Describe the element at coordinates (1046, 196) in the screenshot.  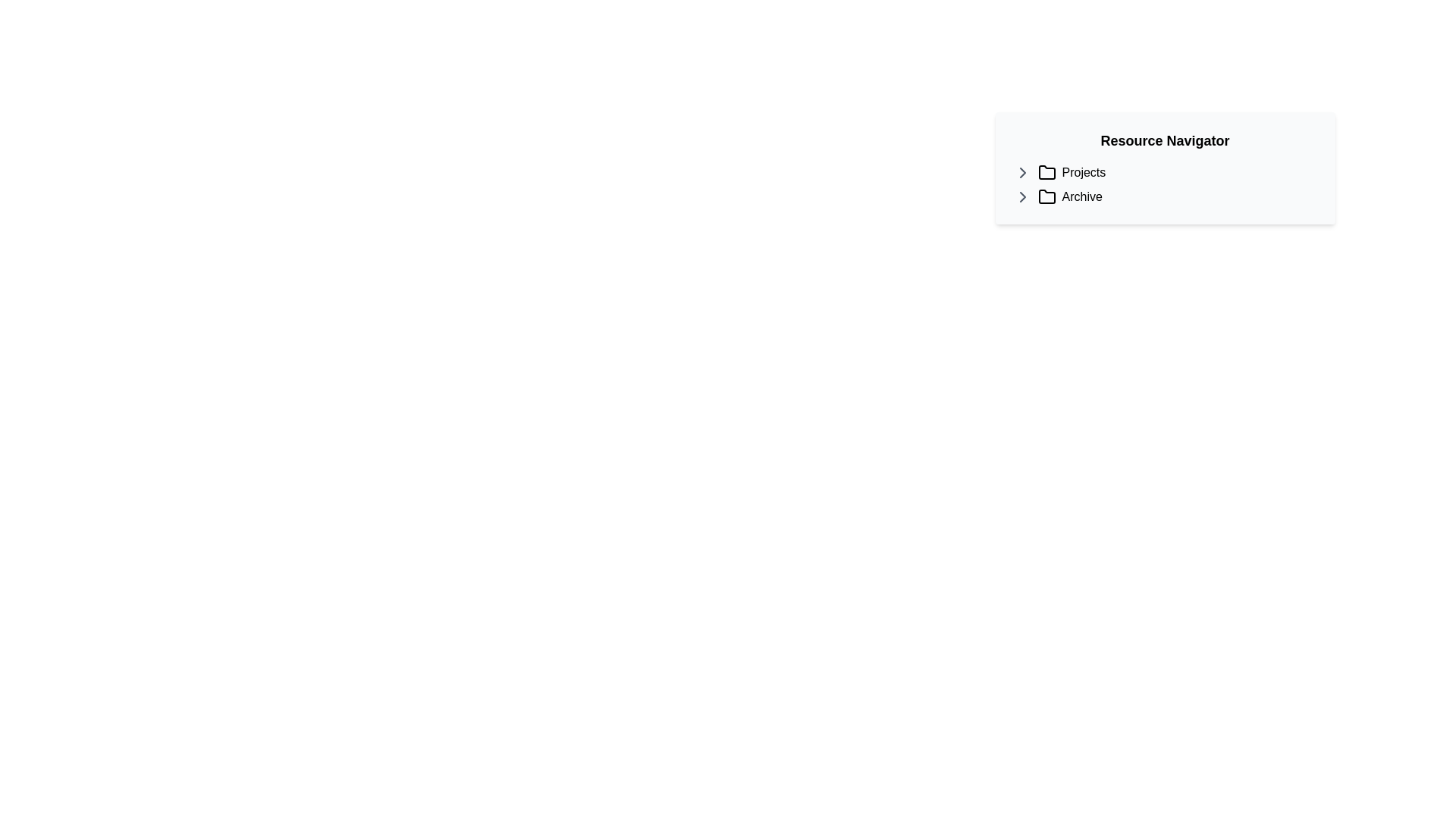
I see `the 'Archive' icon, which visually represents the 'Archive' directory` at that location.